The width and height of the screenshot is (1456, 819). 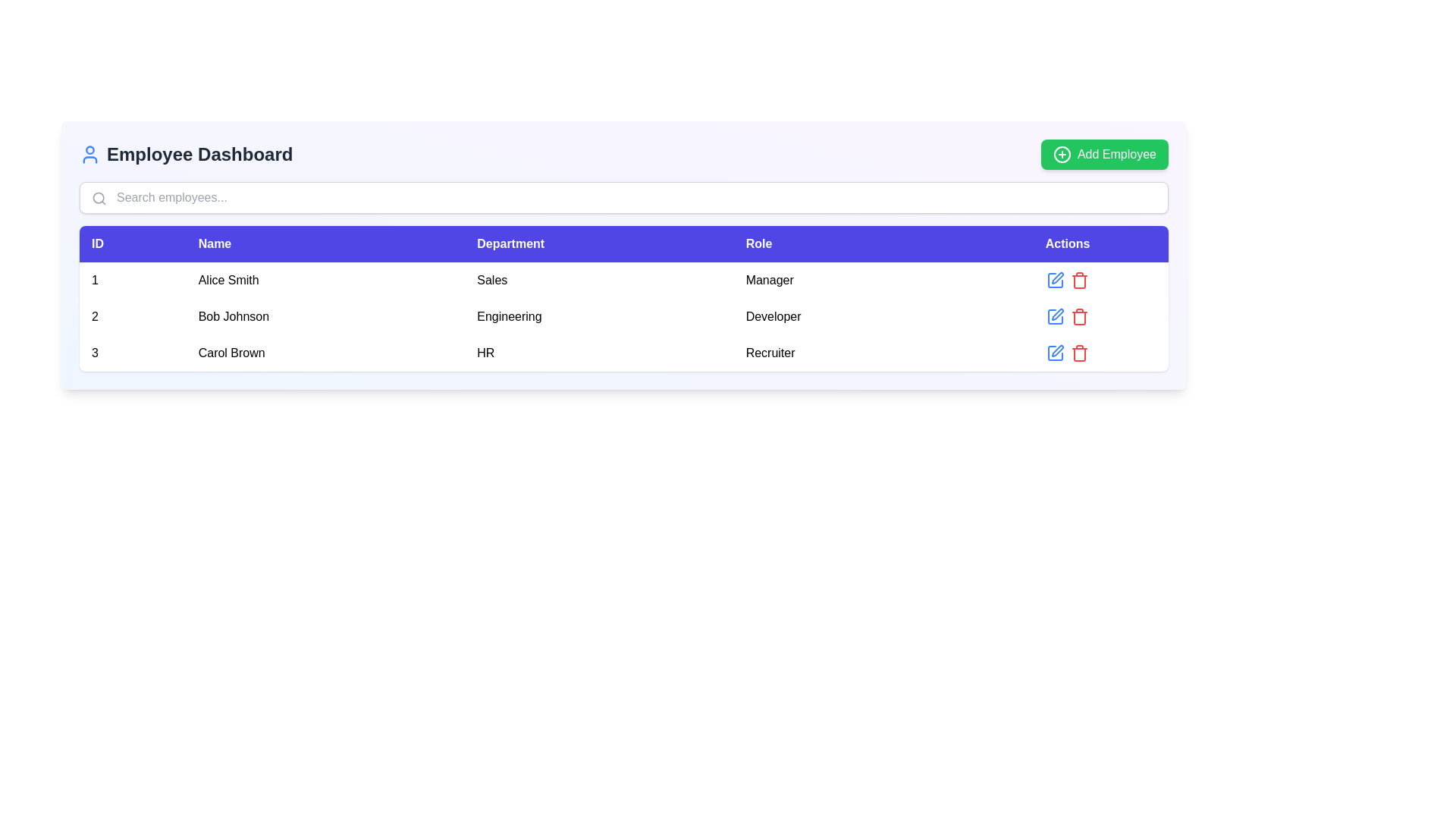 I want to click on the edit icon in the Actions column of the second row, so click(x=1055, y=315).